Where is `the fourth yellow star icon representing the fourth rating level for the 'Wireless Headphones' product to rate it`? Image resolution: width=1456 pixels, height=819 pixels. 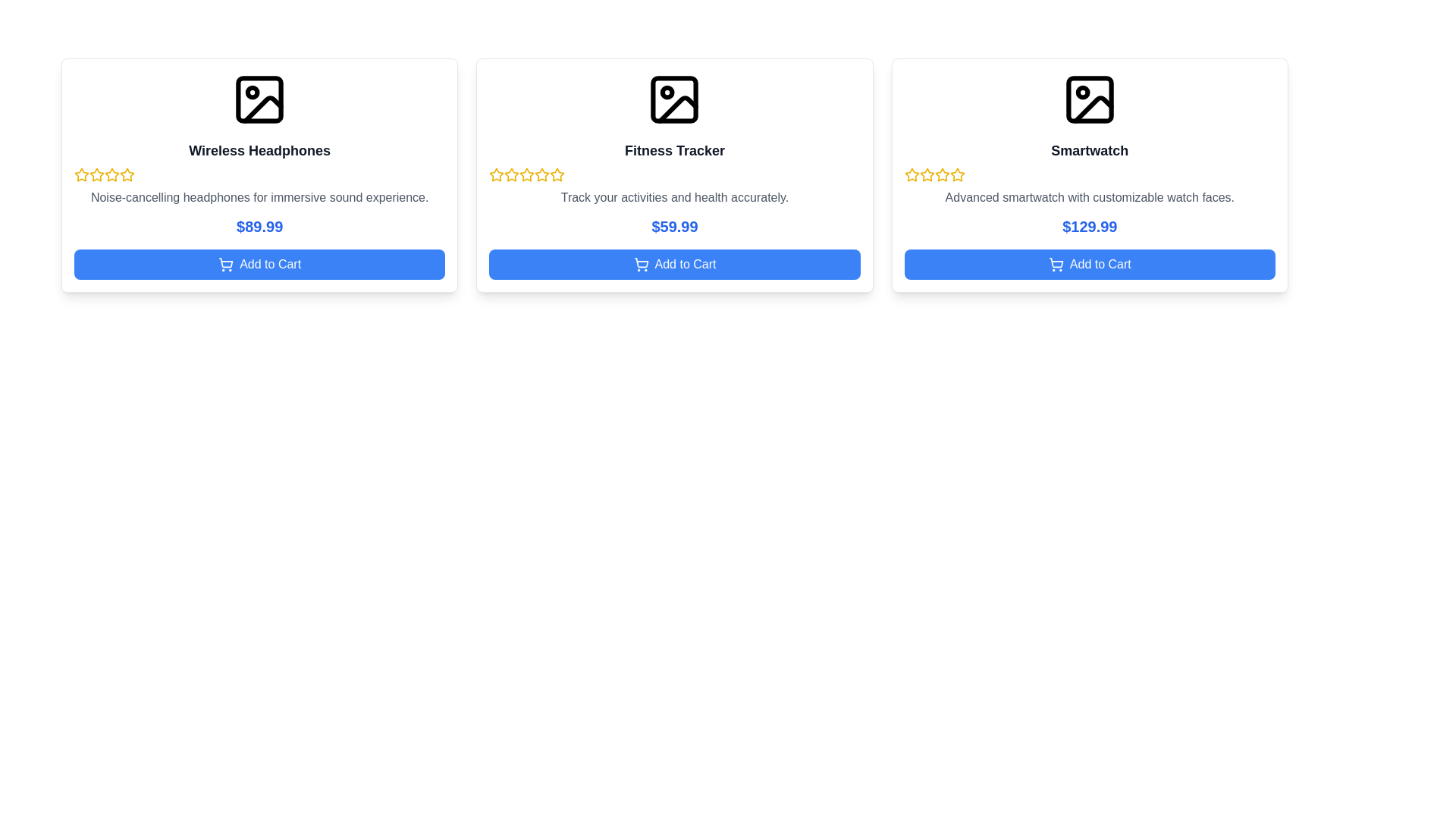
the fourth yellow star icon representing the fourth rating level for the 'Wireless Headphones' product to rate it is located at coordinates (127, 174).